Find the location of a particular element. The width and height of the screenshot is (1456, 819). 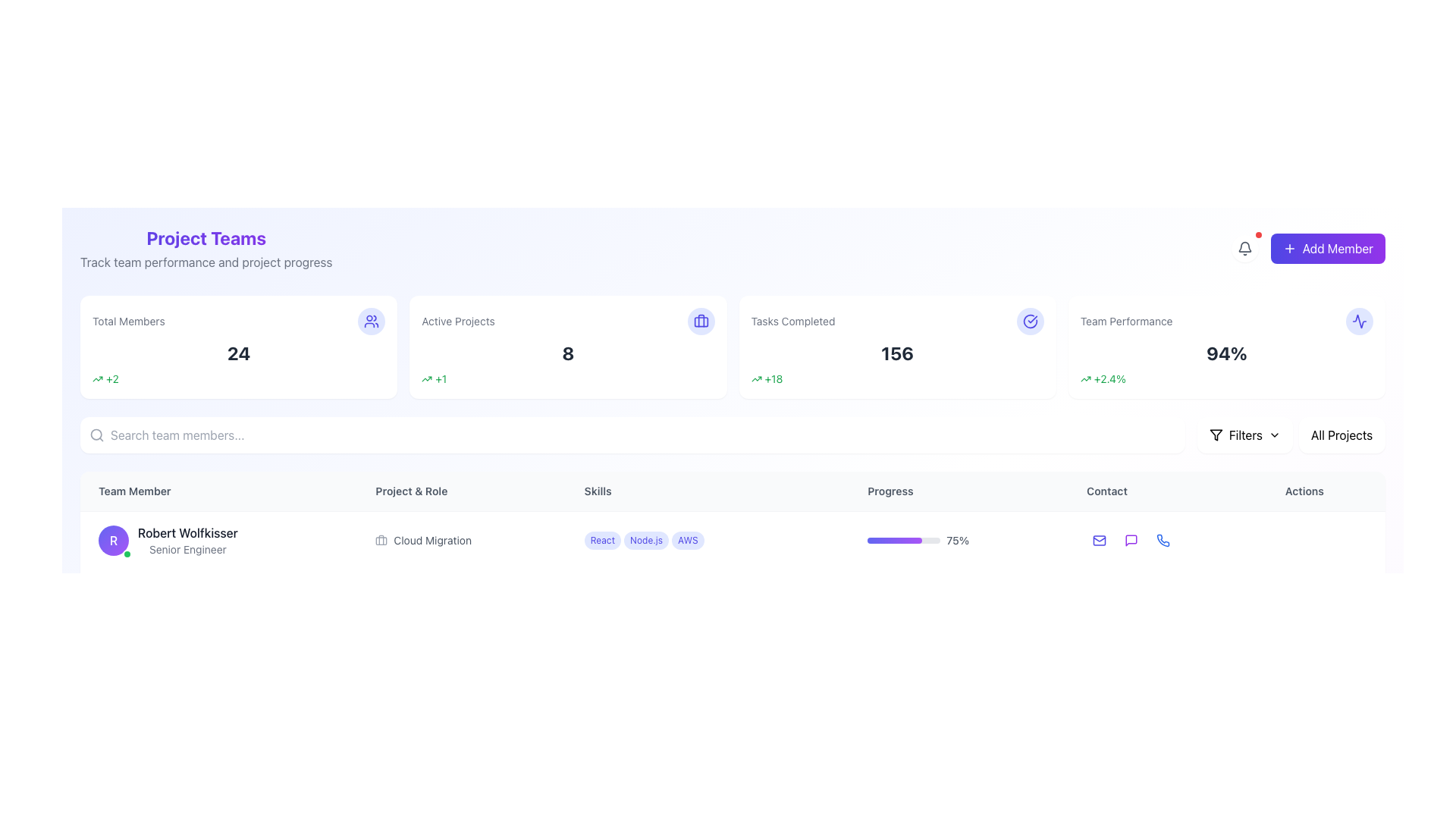

the static informational text indicating a numerical increase of 18, located to the right of the upward arrow icon in the 'Tasks Completed' metrics card is located at coordinates (773, 378).